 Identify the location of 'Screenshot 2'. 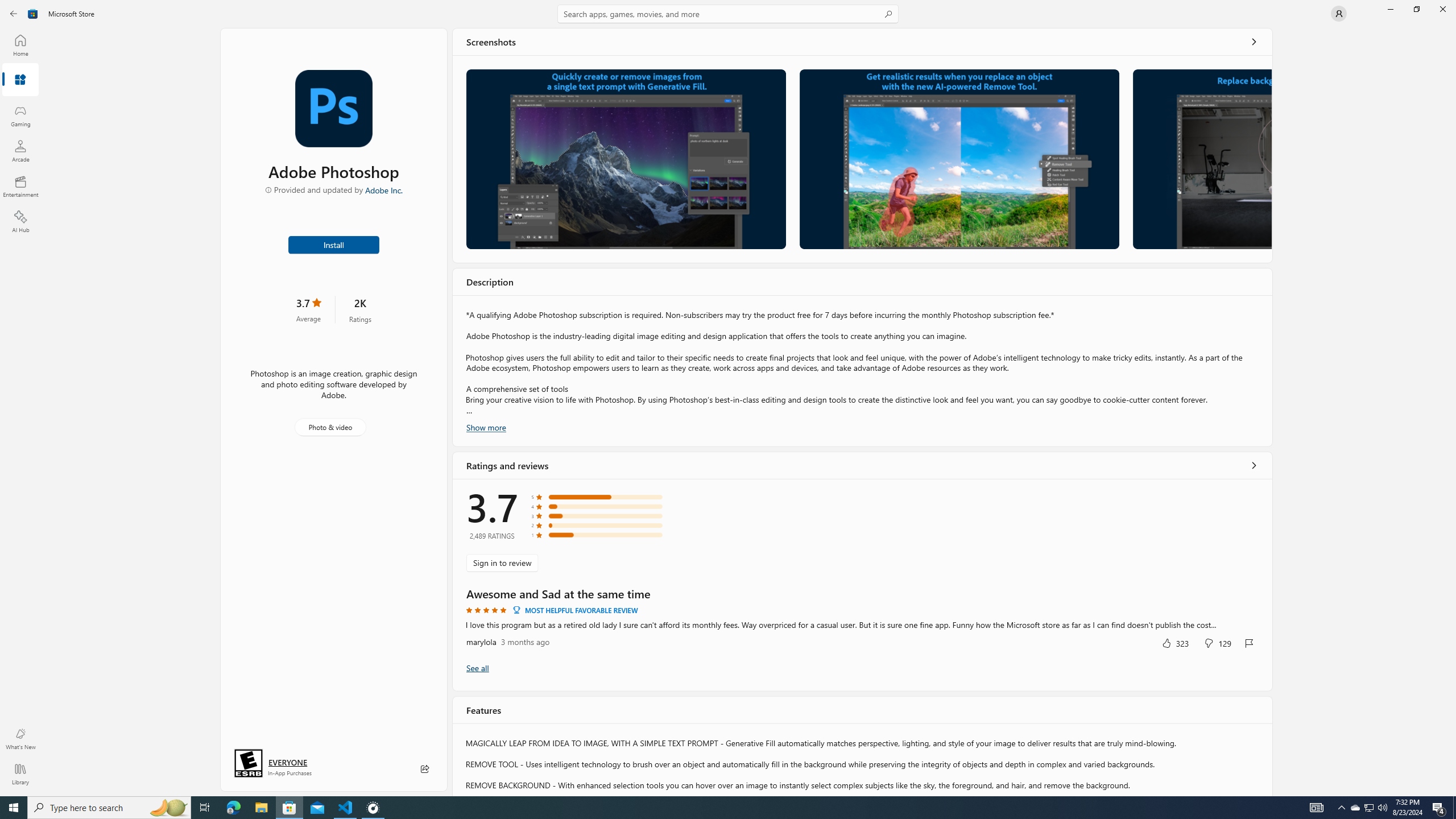
(959, 159).